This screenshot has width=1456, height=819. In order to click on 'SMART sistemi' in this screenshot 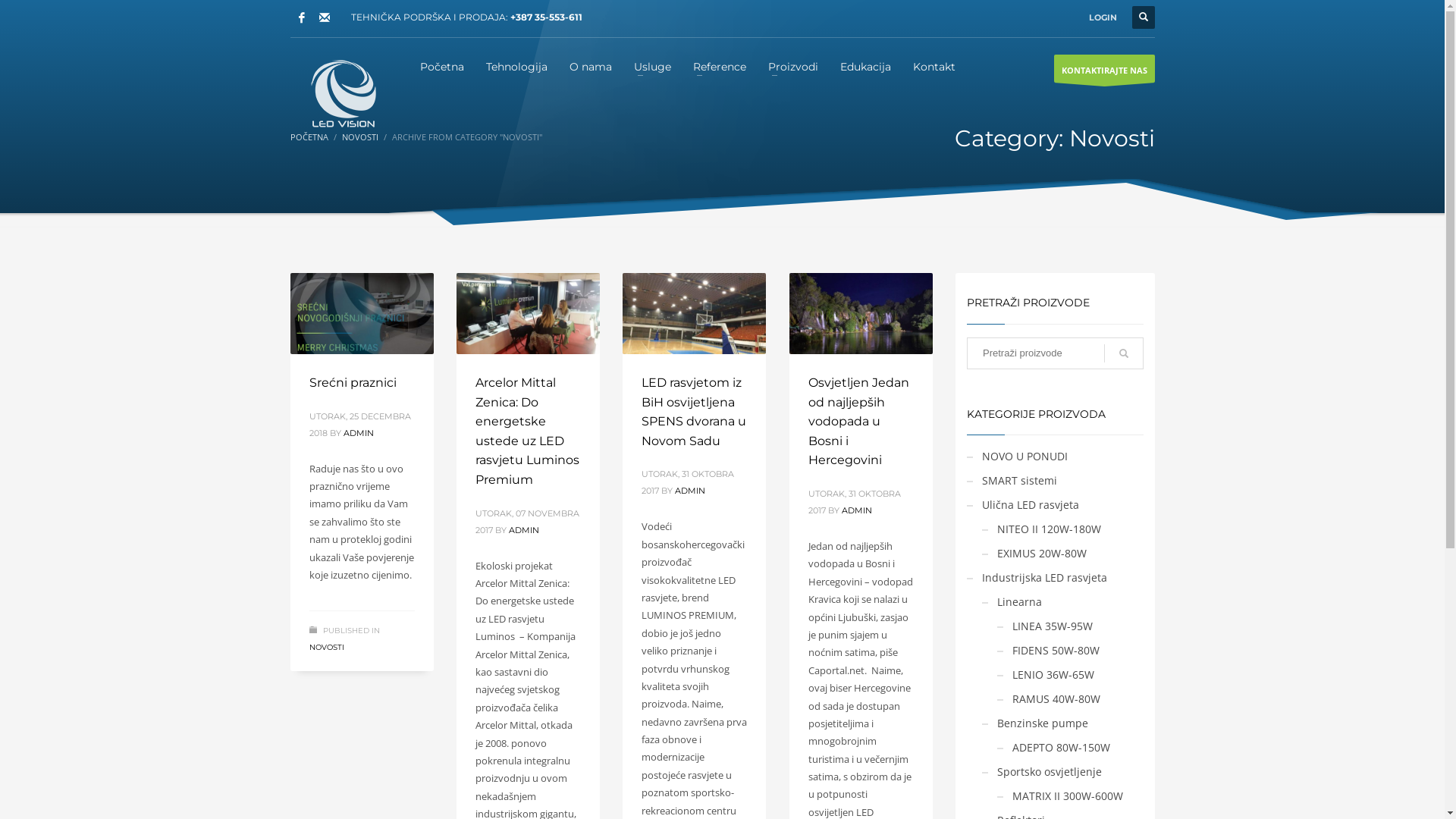, I will do `click(1012, 480)`.